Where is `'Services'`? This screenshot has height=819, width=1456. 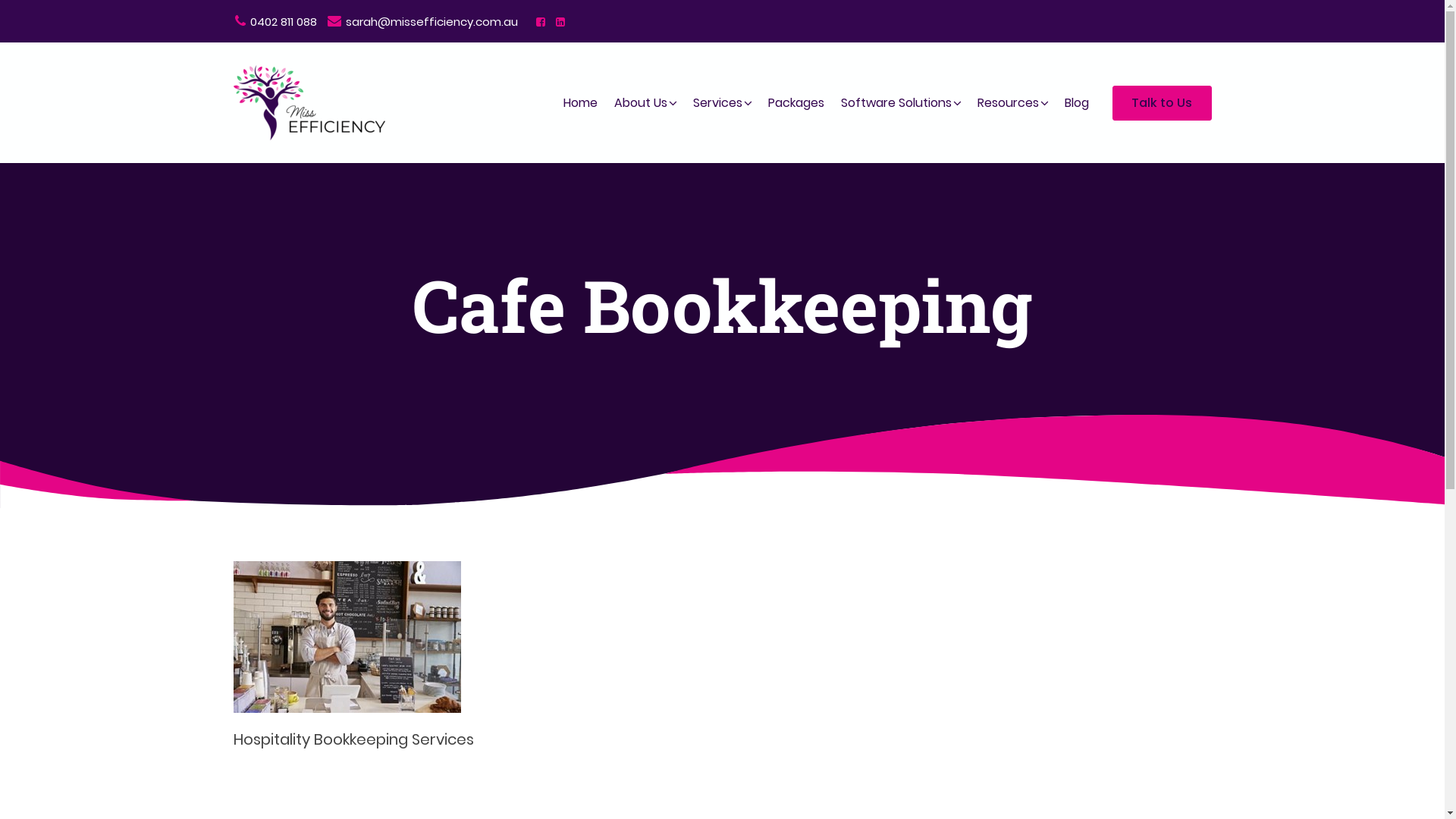
'Services' is located at coordinates (716, 102).